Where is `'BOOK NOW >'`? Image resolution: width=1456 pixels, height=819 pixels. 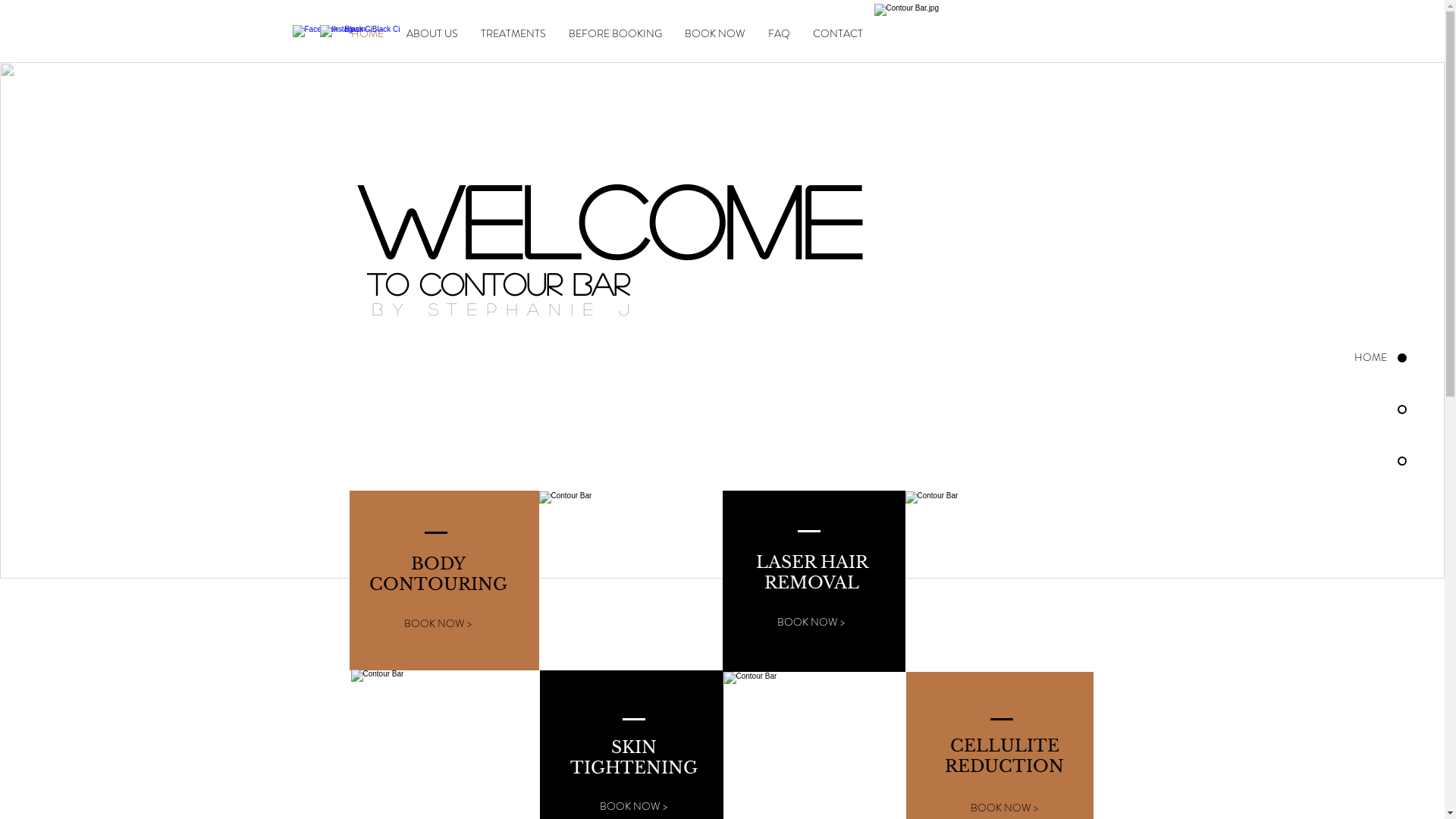 'BOOK NOW >' is located at coordinates (436, 623).